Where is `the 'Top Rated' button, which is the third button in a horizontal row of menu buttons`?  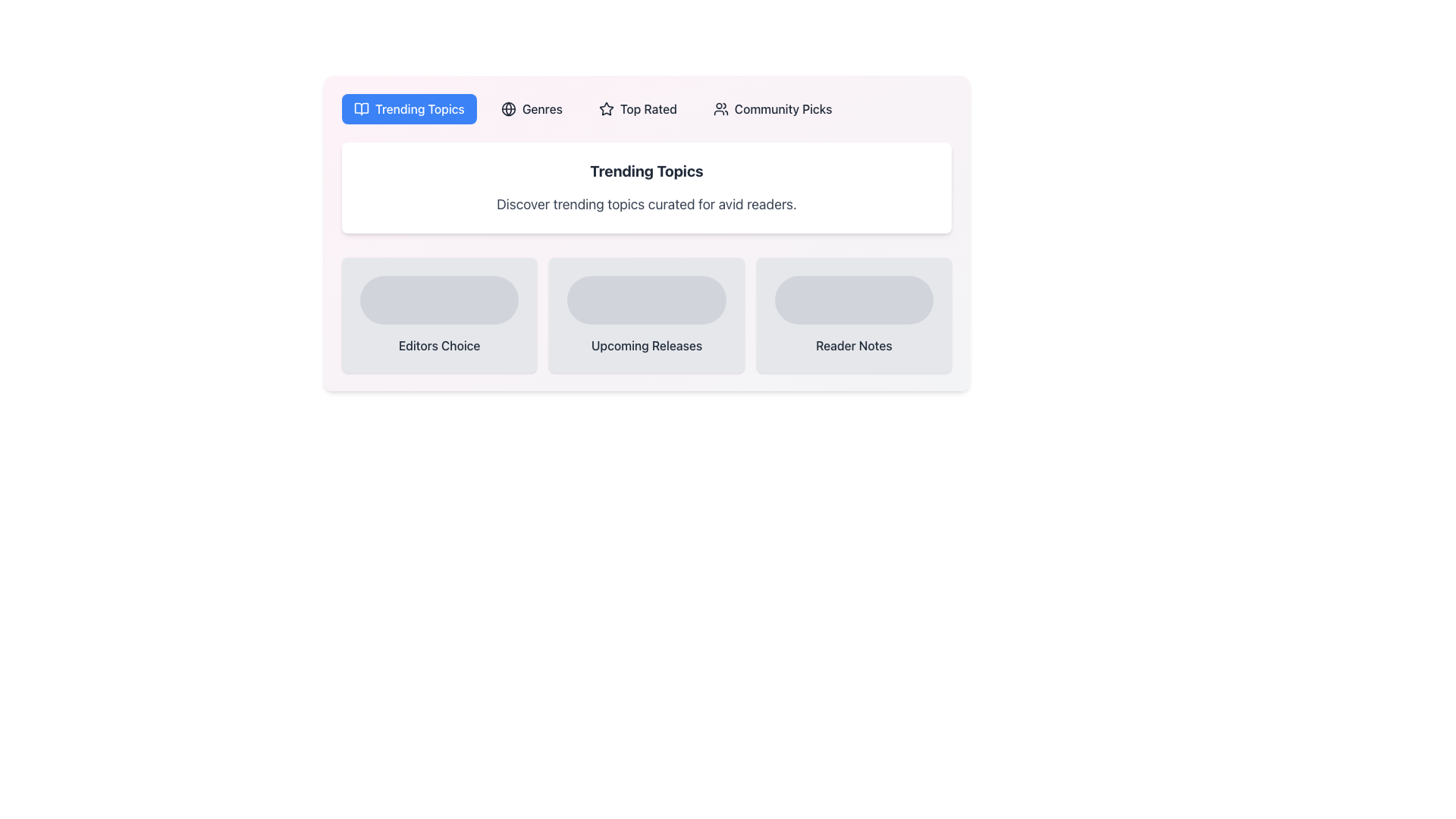
the 'Top Rated' button, which is the third button in a horizontal row of menu buttons is located at coordinates (638, 108).